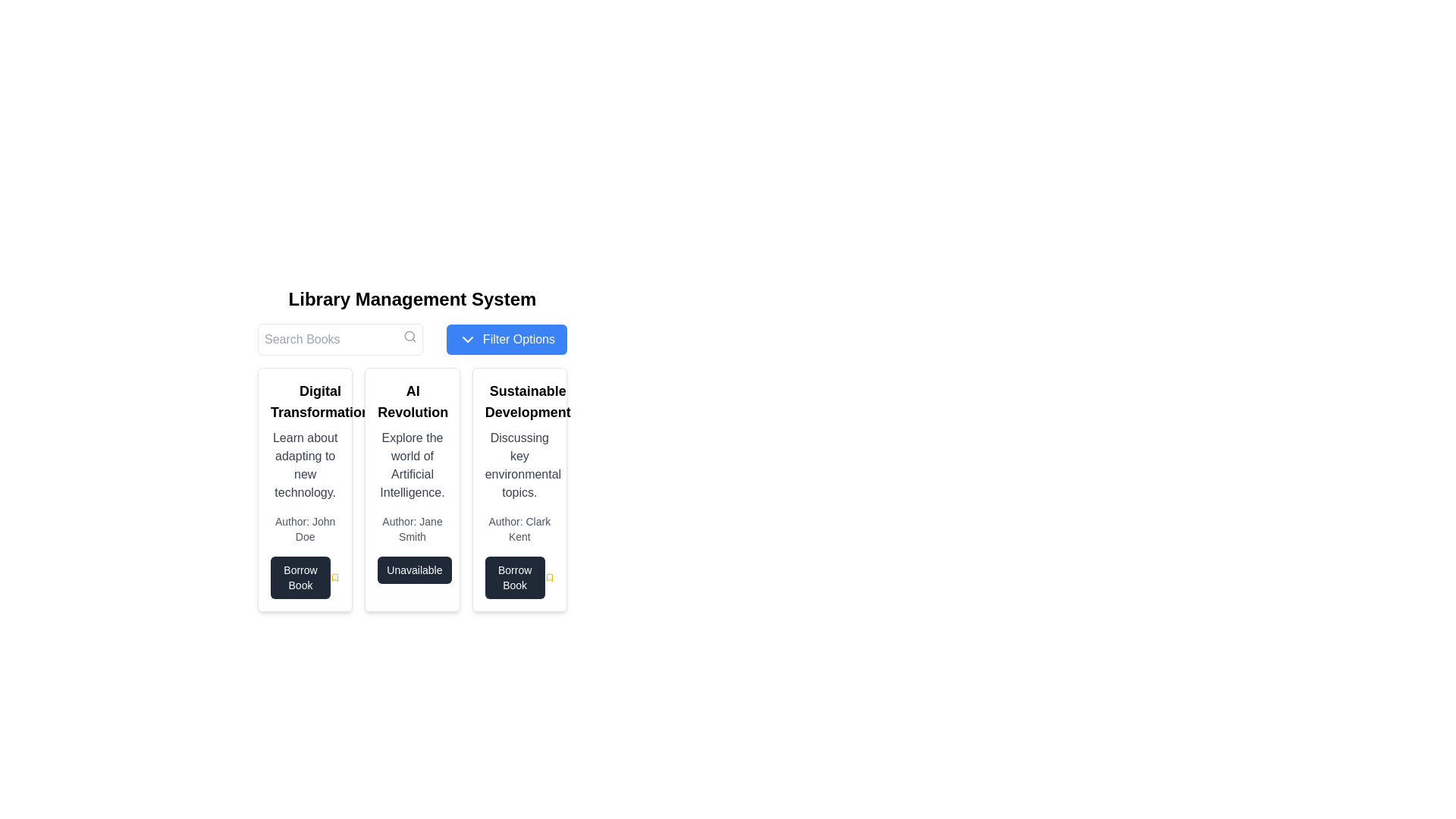  I want to click on information displayed on the Card about Artificial Intelligence, which is located in the middle of a three-column grid layout beneath the 'Library Management System' heading, so click(412, 449).